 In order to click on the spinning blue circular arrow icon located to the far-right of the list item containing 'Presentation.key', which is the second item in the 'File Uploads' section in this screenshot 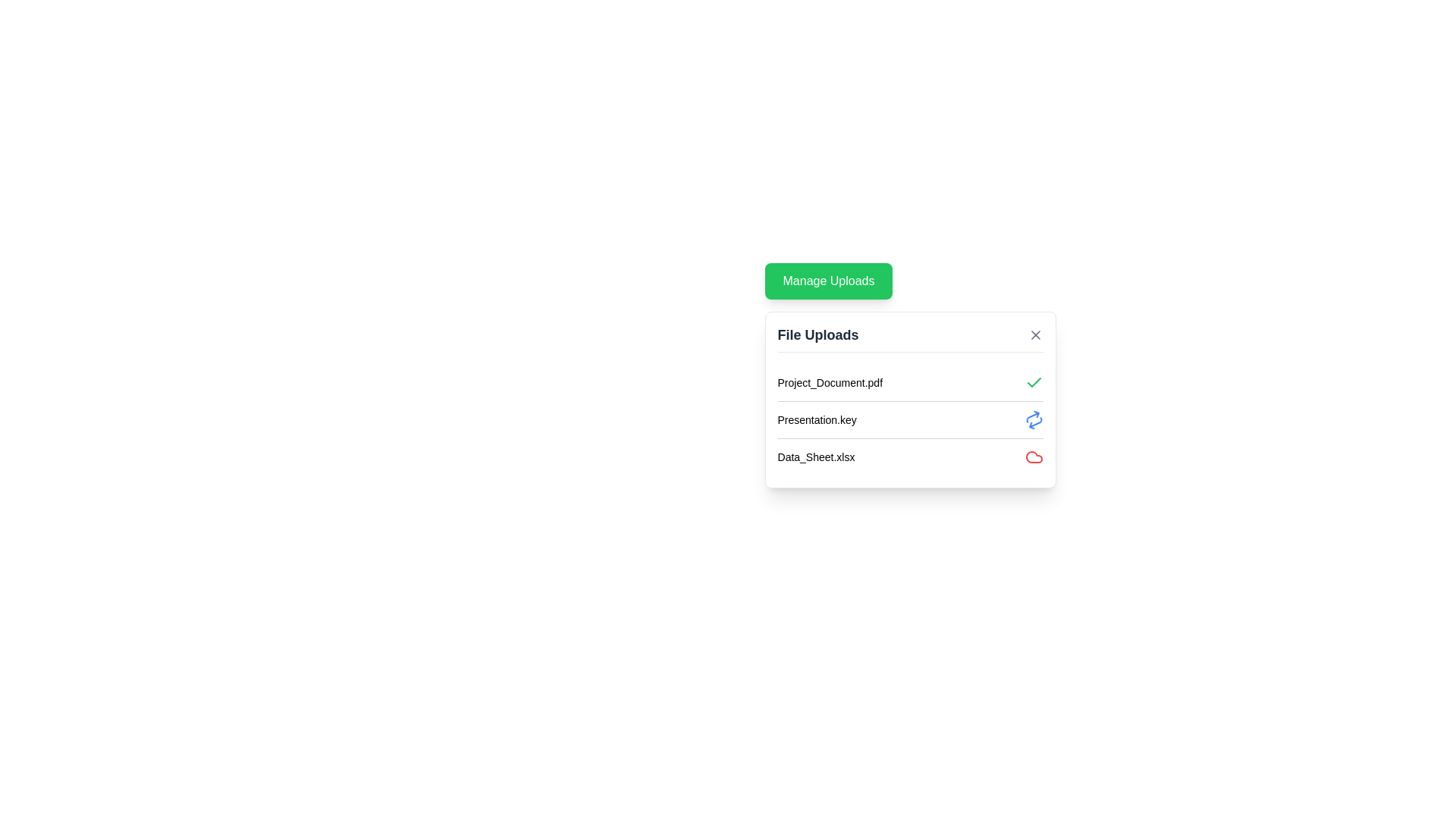, I will do `click(1033, 420)`.